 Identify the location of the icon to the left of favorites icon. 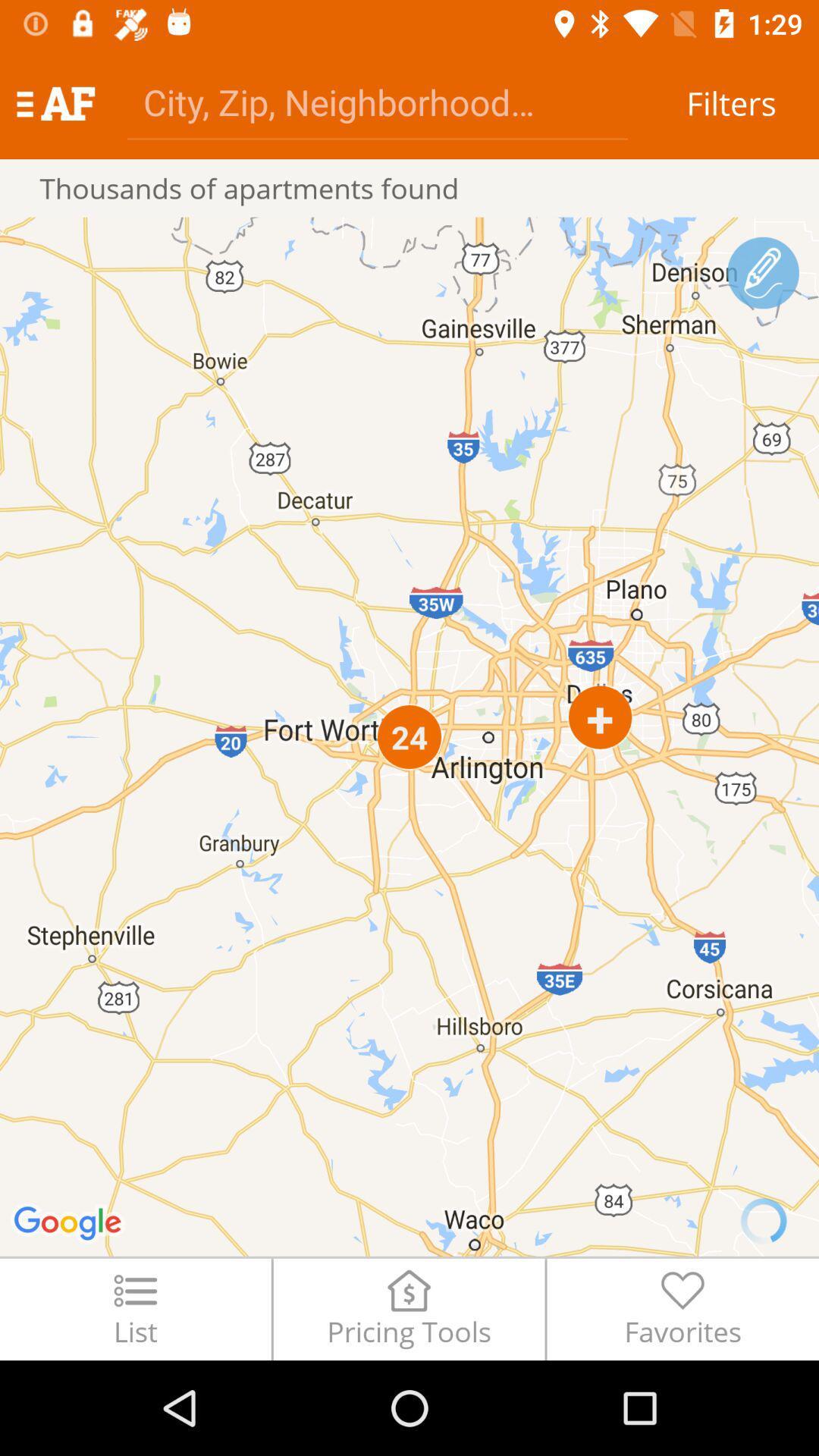
(408, 1308).